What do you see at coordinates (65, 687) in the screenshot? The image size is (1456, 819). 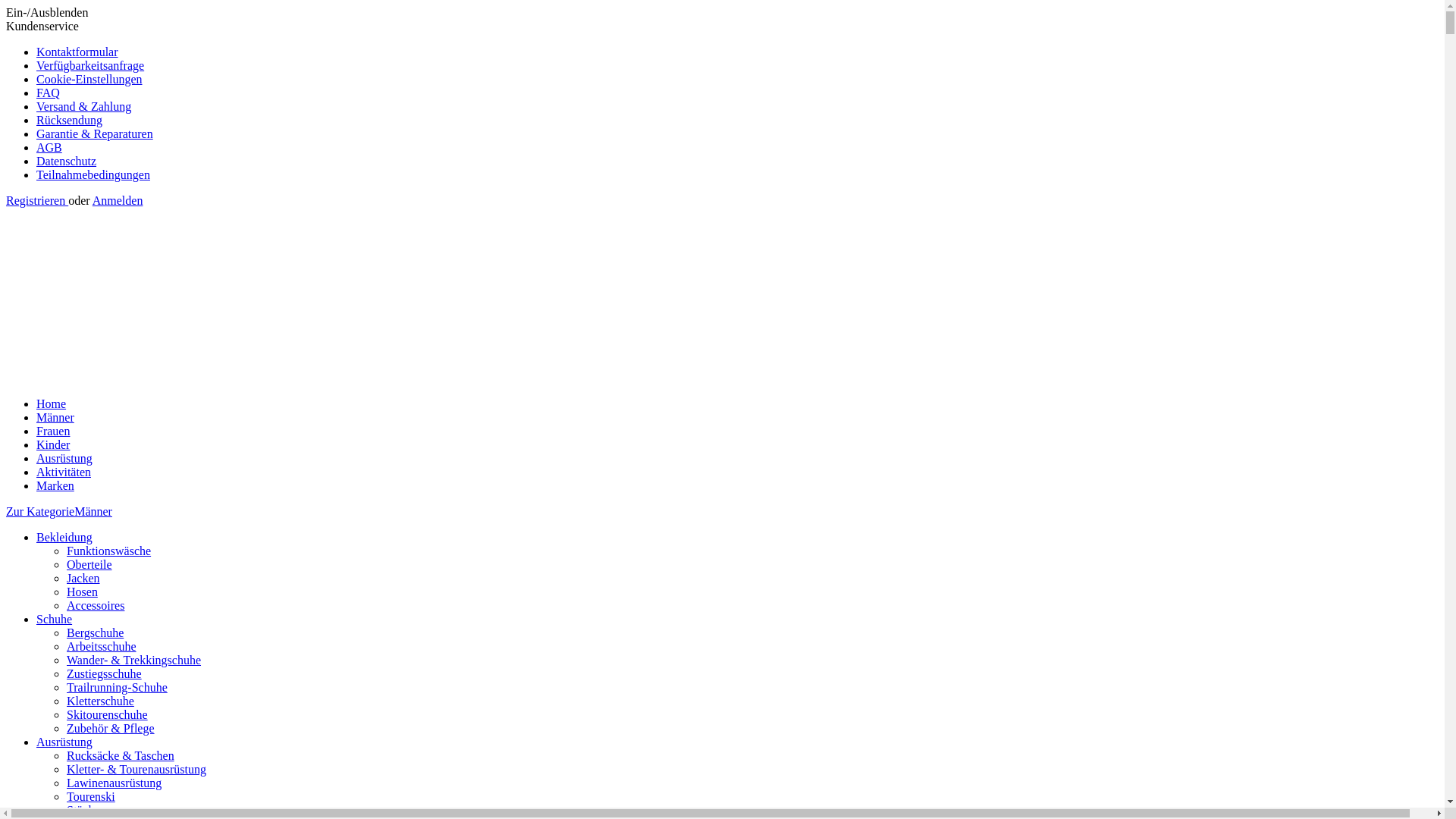 I see `'Trailrunning-Schuhe'` at bounding box center [65, 687].